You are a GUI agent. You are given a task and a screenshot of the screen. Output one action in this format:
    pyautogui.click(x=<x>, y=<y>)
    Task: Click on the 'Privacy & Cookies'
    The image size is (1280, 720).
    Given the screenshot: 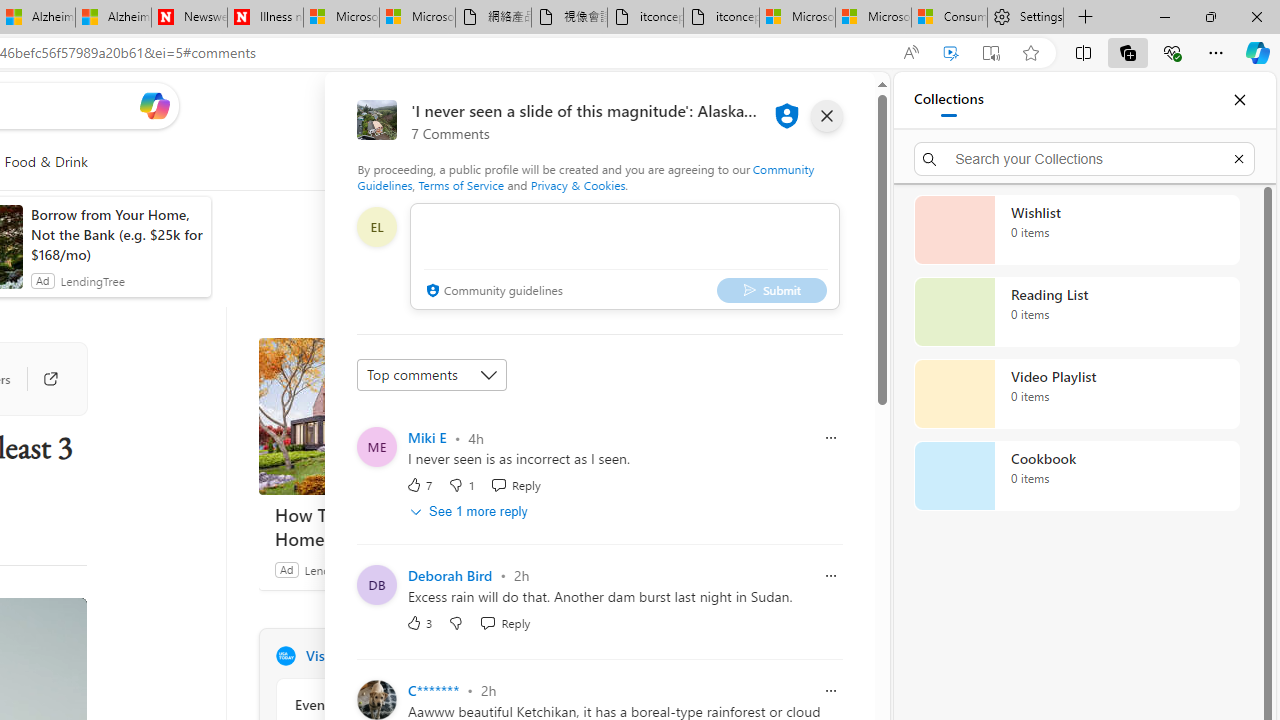 What is the action you would take?
    pyautogui.click(x=576, y=185)
    